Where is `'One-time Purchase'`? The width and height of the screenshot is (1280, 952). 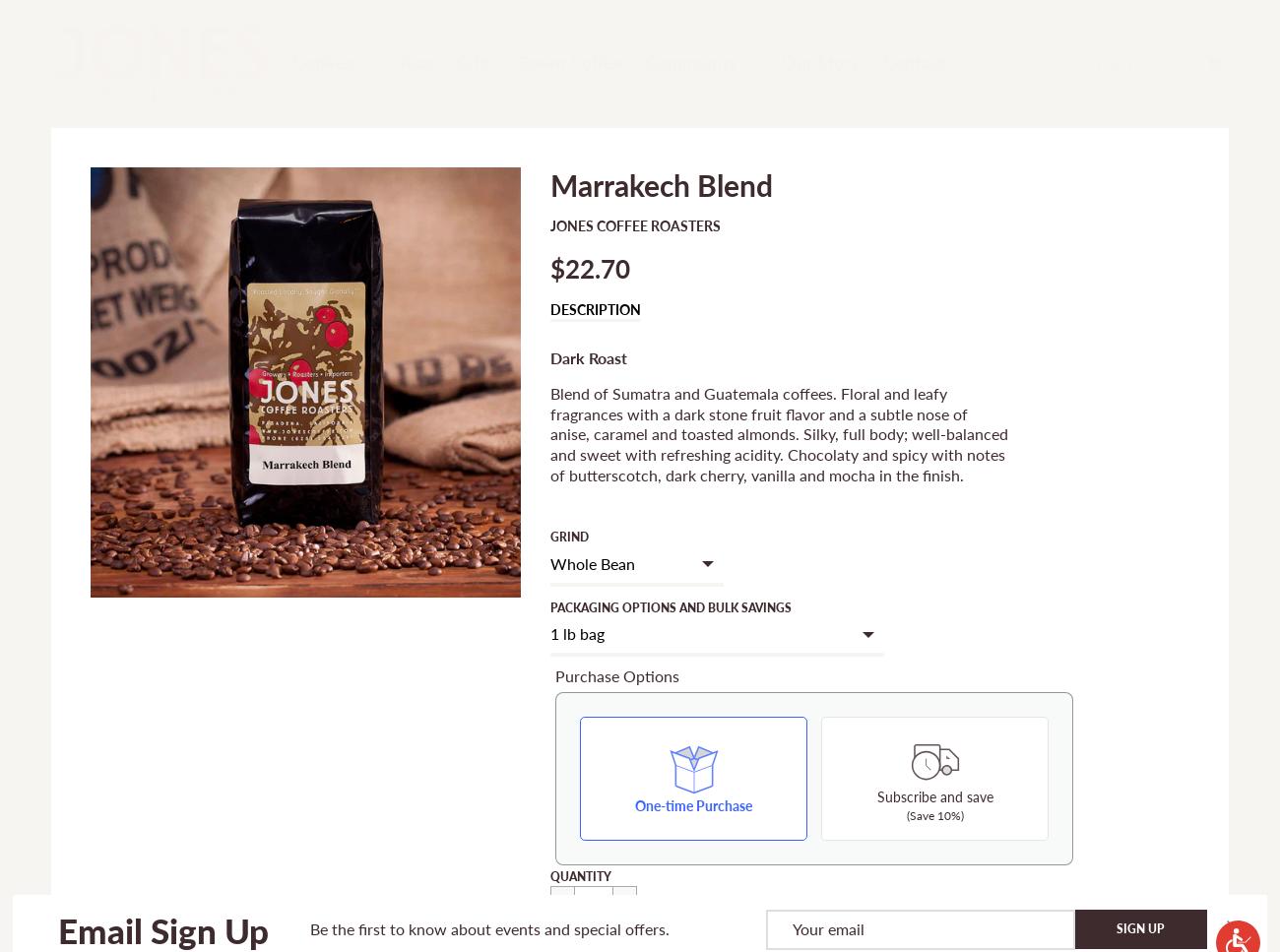
'One-time Purchase' is located at coordinates (692, 804).